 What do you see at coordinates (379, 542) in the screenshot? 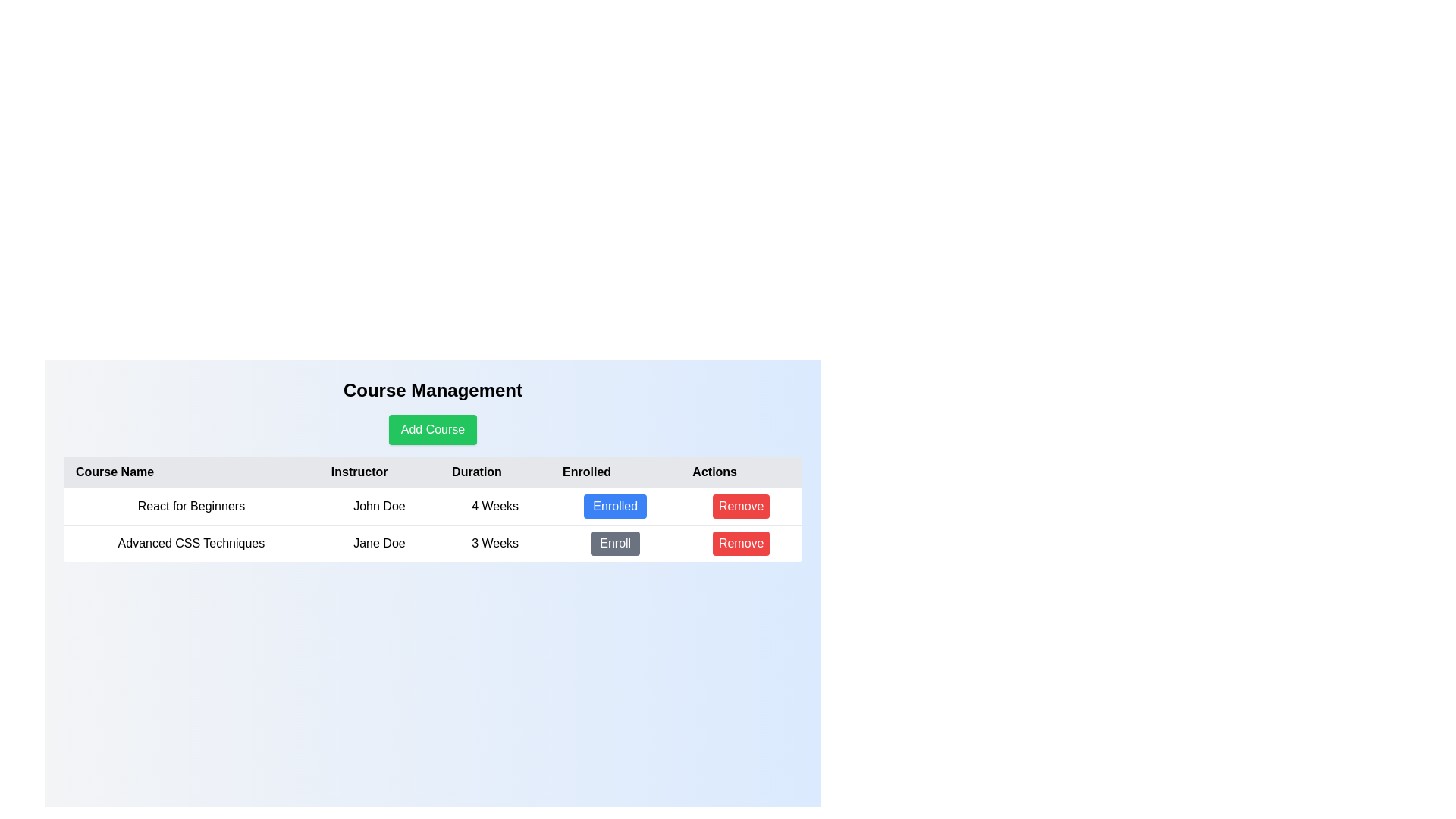
I see `the static text displaying the instructor's name for the 'Advanced CSS Techniques' course` at bounding box center [379, 542].